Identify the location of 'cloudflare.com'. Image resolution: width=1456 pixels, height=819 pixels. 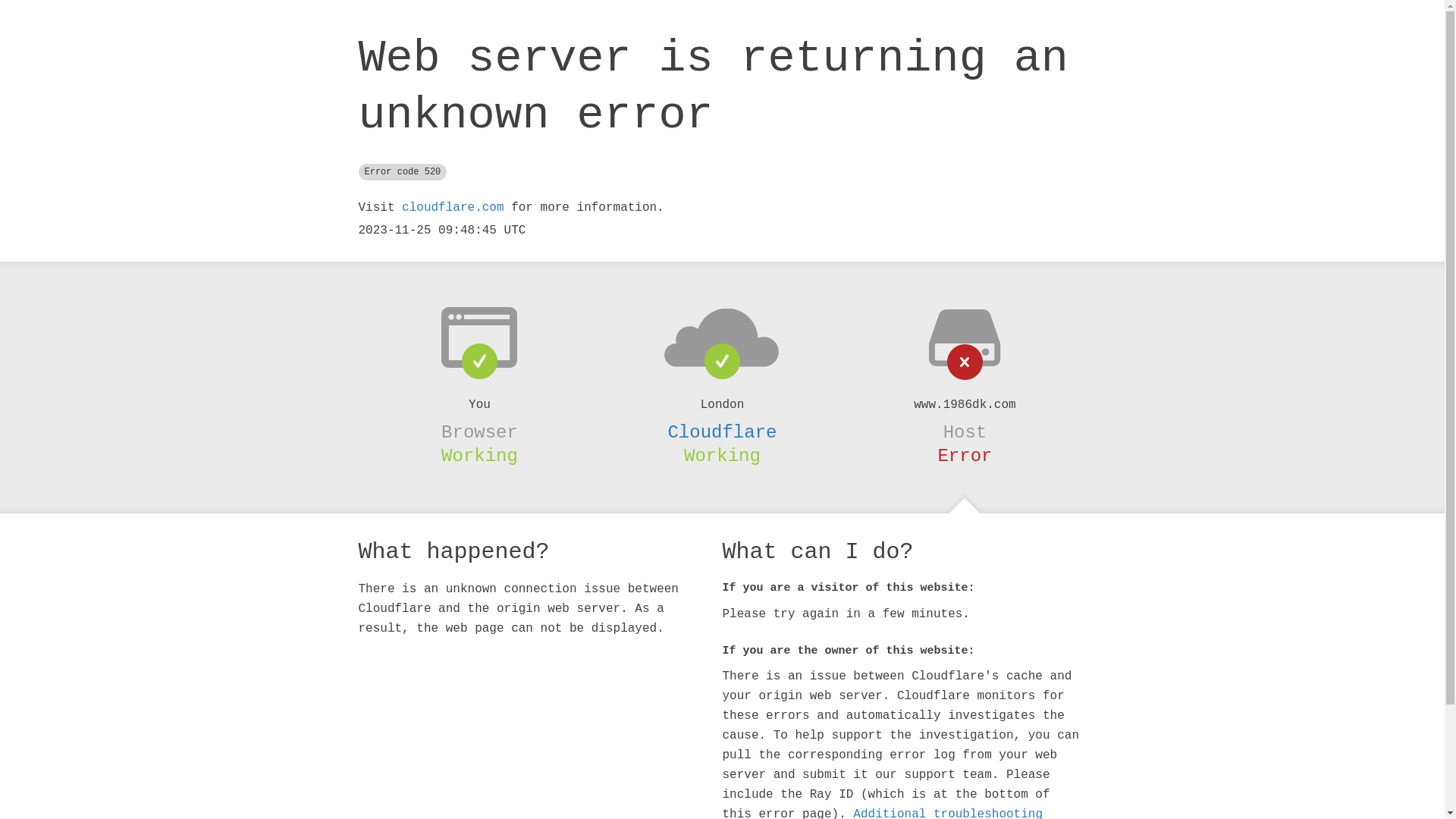
(451, 207).